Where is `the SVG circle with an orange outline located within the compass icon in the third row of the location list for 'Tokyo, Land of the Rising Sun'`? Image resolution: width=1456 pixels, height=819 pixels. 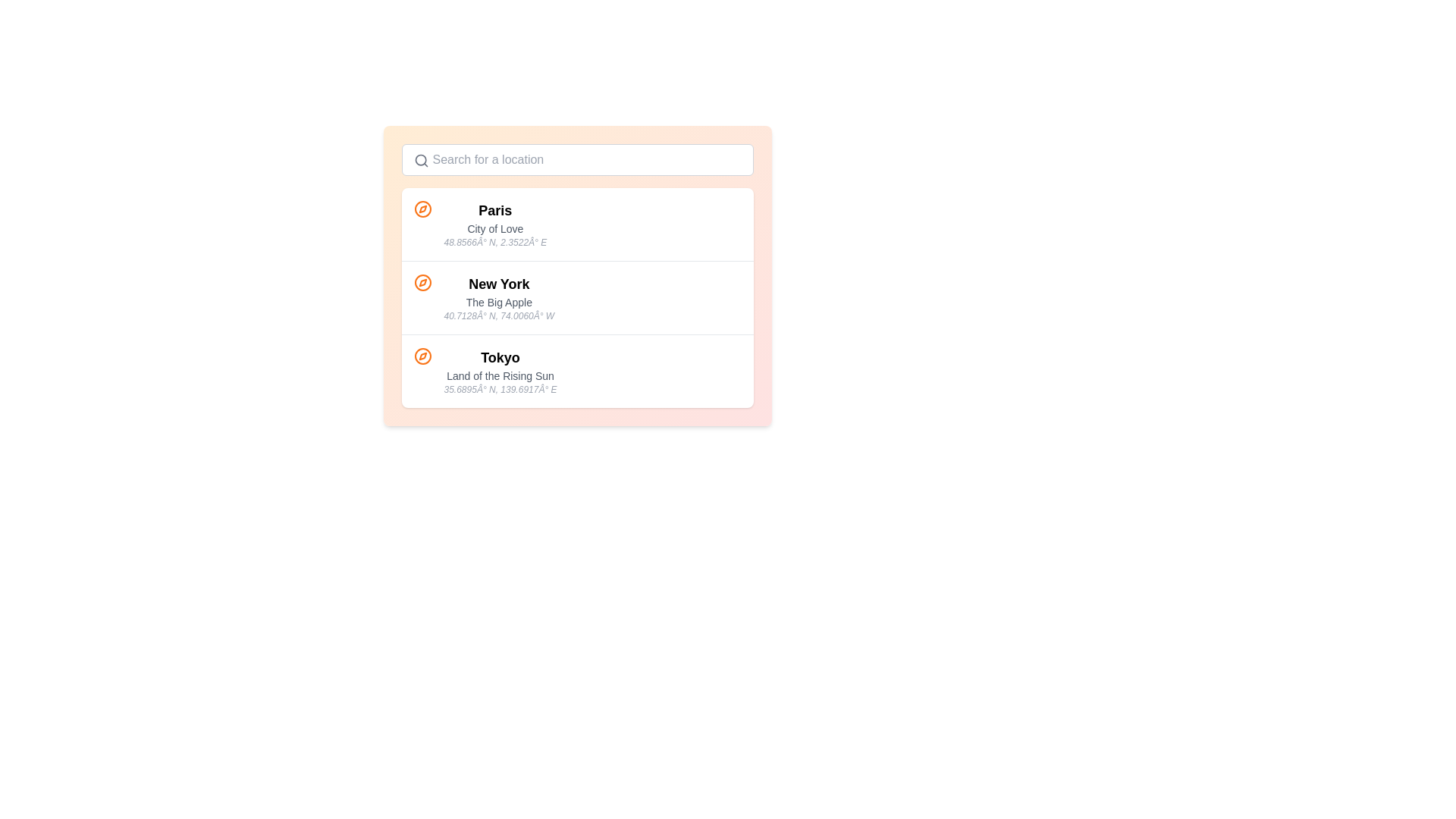
the SVG circle with an orange outline located within the compass icon in the third row of the location list for 'Tokyo, Land of the Rising Sun' is located at coordinates (422, 356).